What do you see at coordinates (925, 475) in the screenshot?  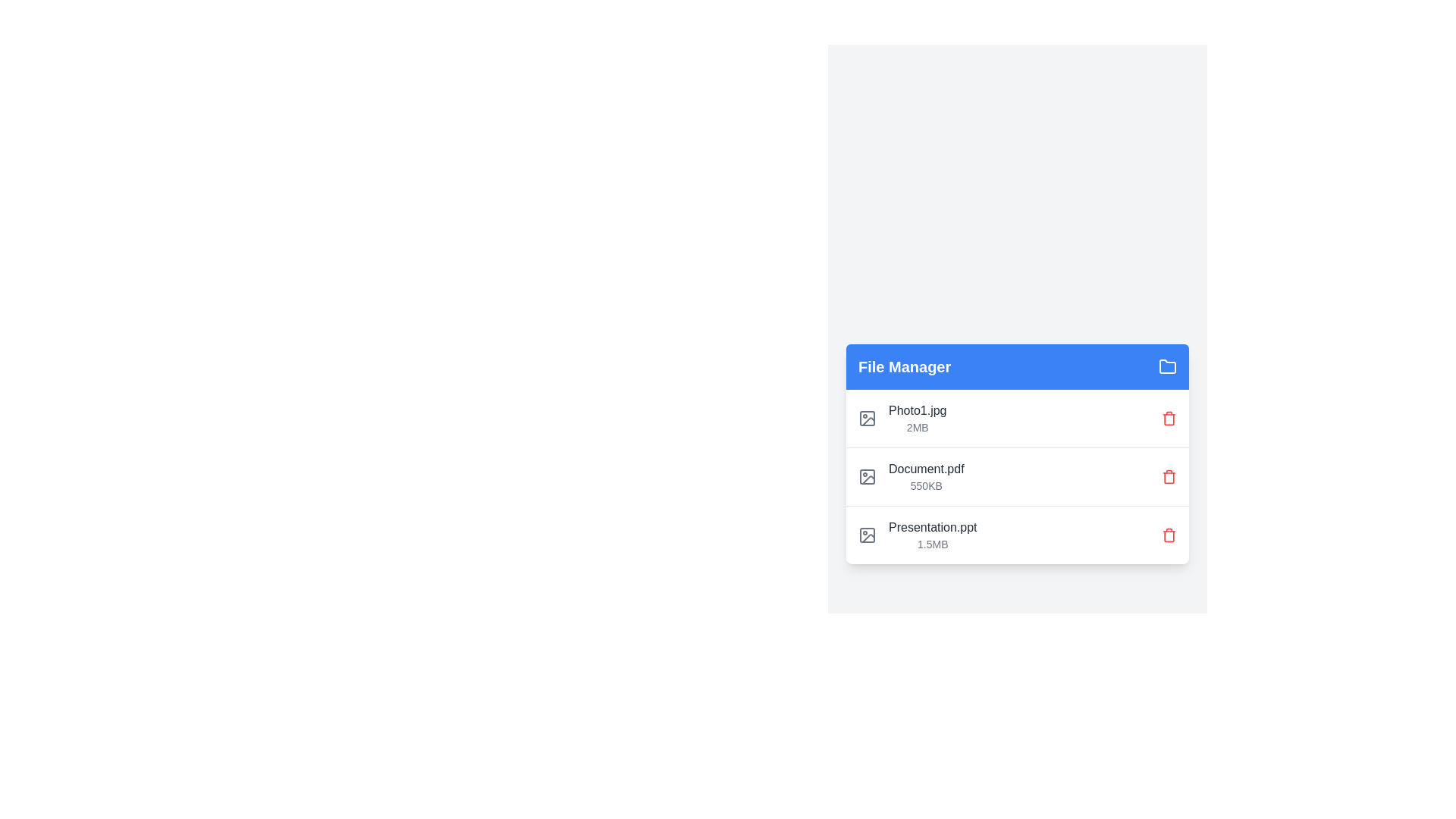 I see `the second file entry in the file manager, which provides details about the file name and size` at bounding box center [925, 475].